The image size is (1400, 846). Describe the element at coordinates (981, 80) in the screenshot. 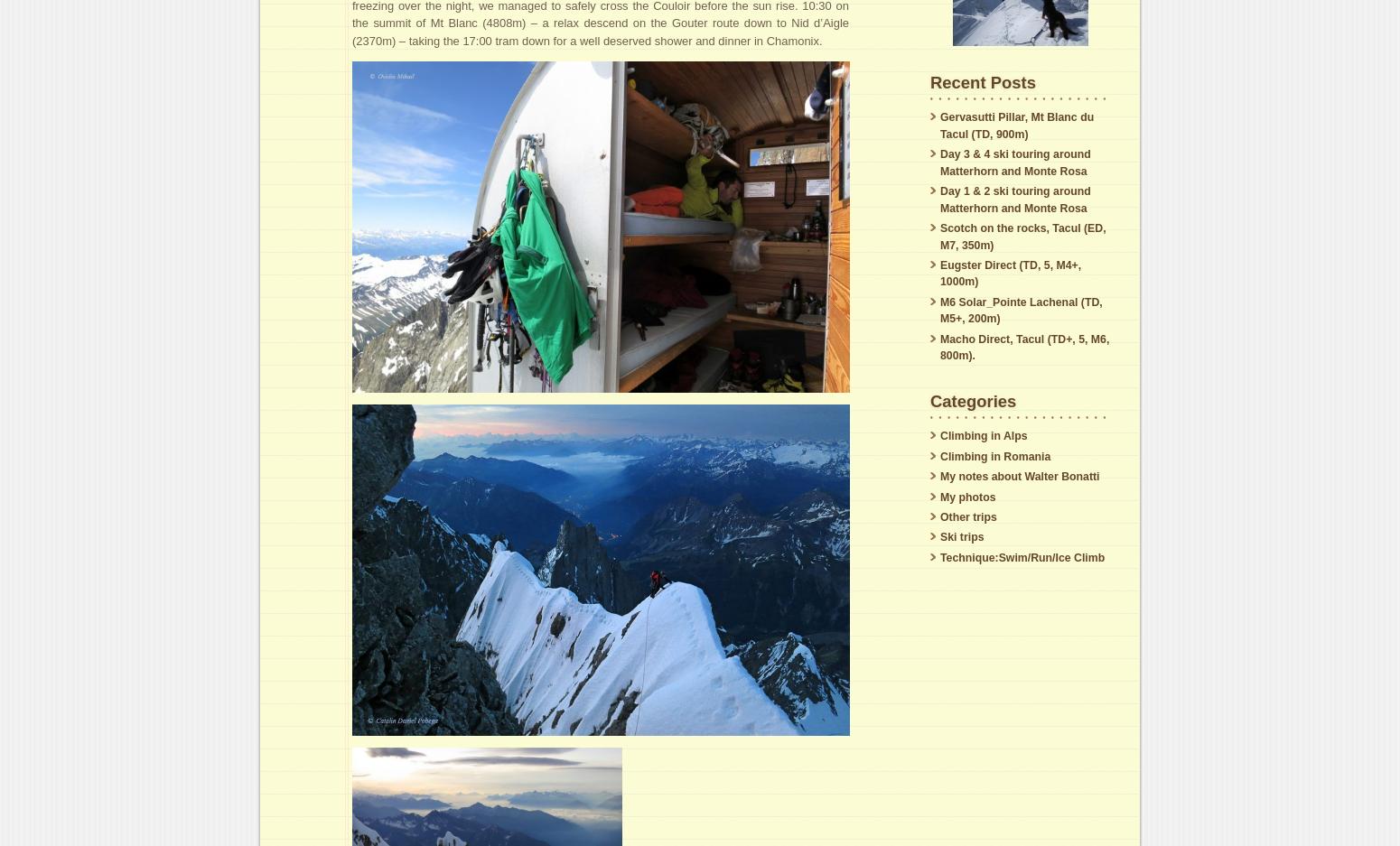

I see `'Recent Posts'` at that location.